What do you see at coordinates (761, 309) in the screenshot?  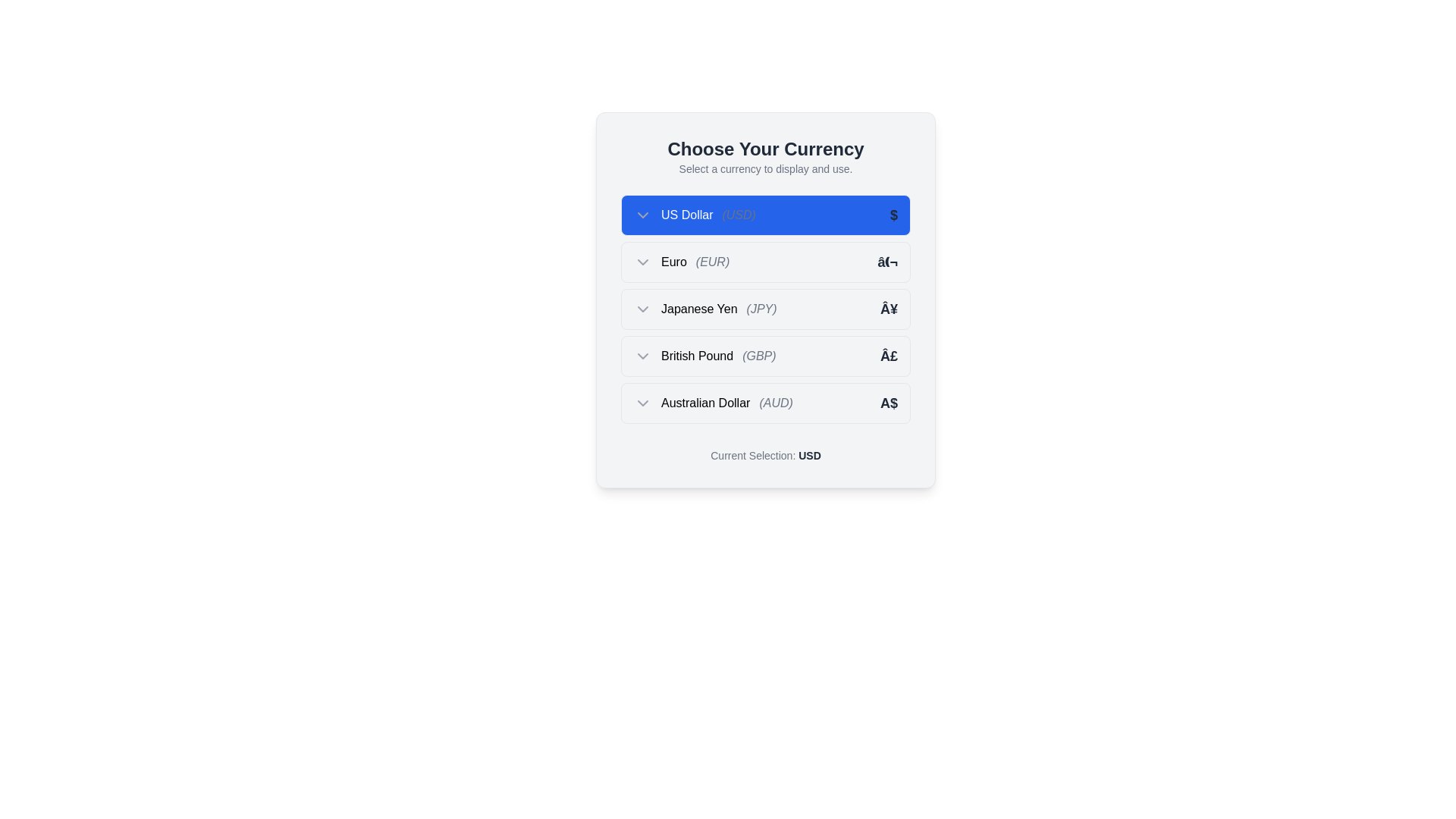 I see `the static text element '(JPY)' that indicates the Japanese Yen currency, which is located to the right of 'Japanese Yen' in the dropdown menu` at bounding box center [761, 309].